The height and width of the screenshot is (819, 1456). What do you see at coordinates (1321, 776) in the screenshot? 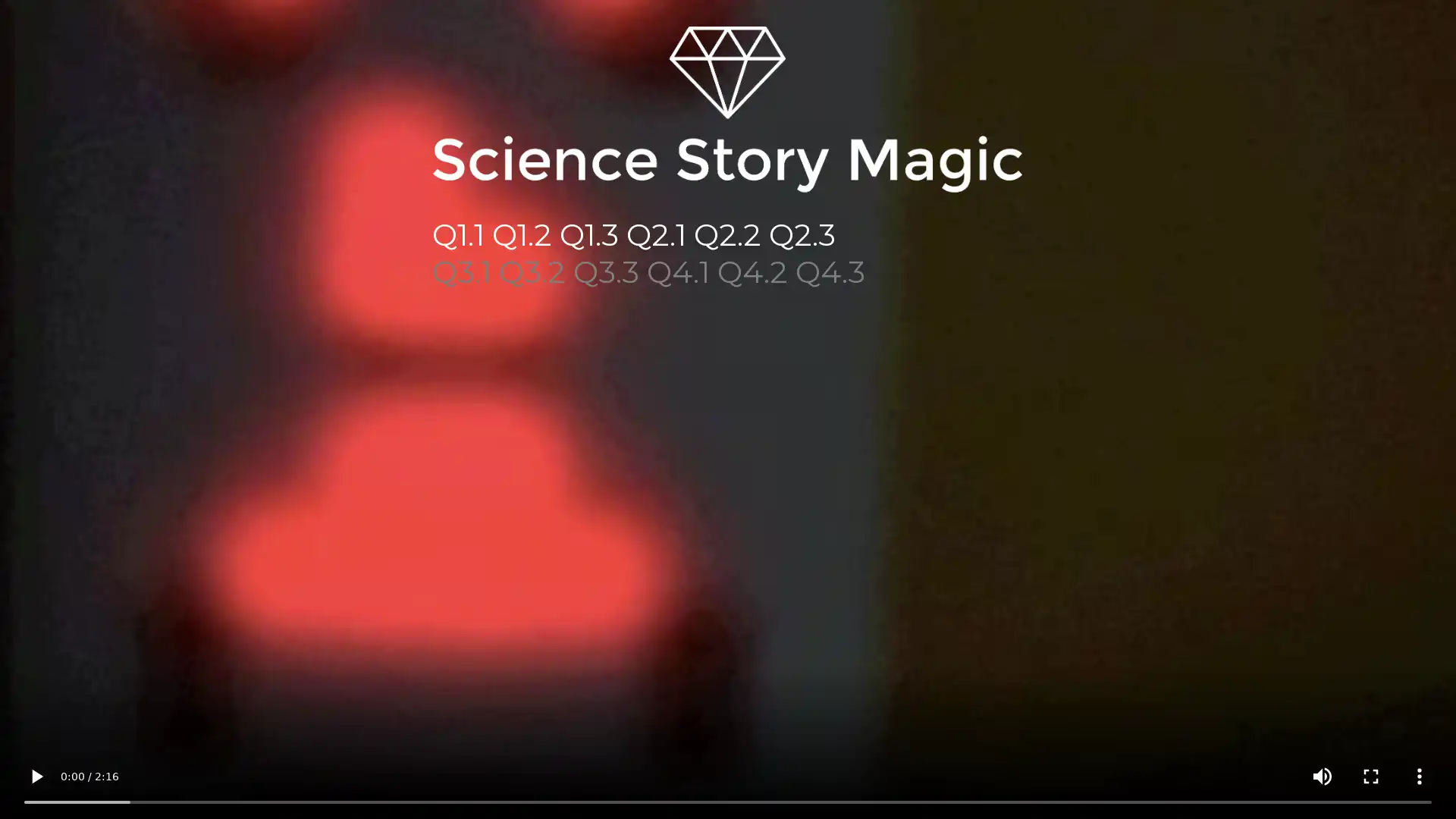
I see `mute` at bounding box center [1321, 776].